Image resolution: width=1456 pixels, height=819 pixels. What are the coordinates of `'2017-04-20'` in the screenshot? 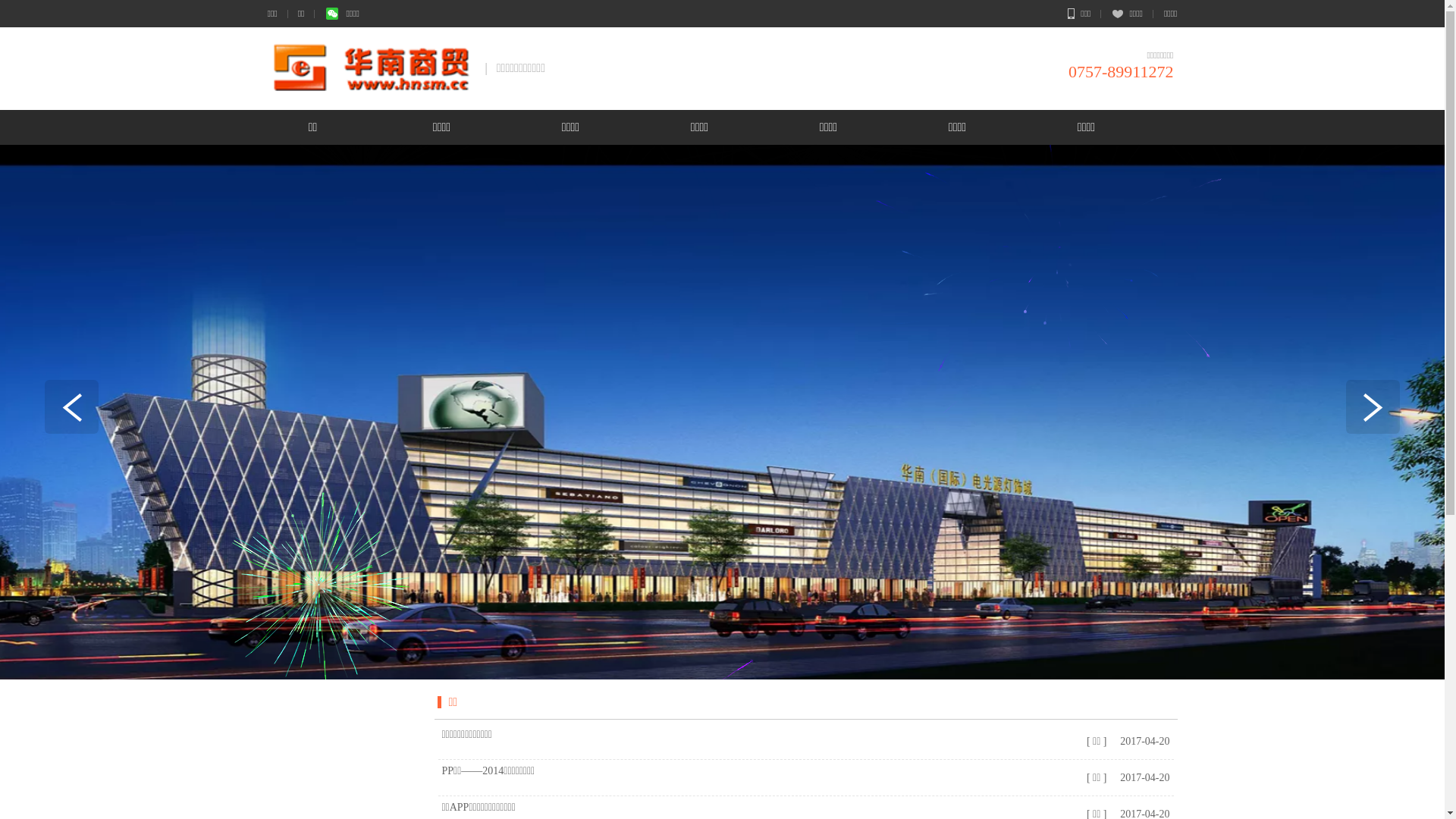 It's located at (1116, 740).